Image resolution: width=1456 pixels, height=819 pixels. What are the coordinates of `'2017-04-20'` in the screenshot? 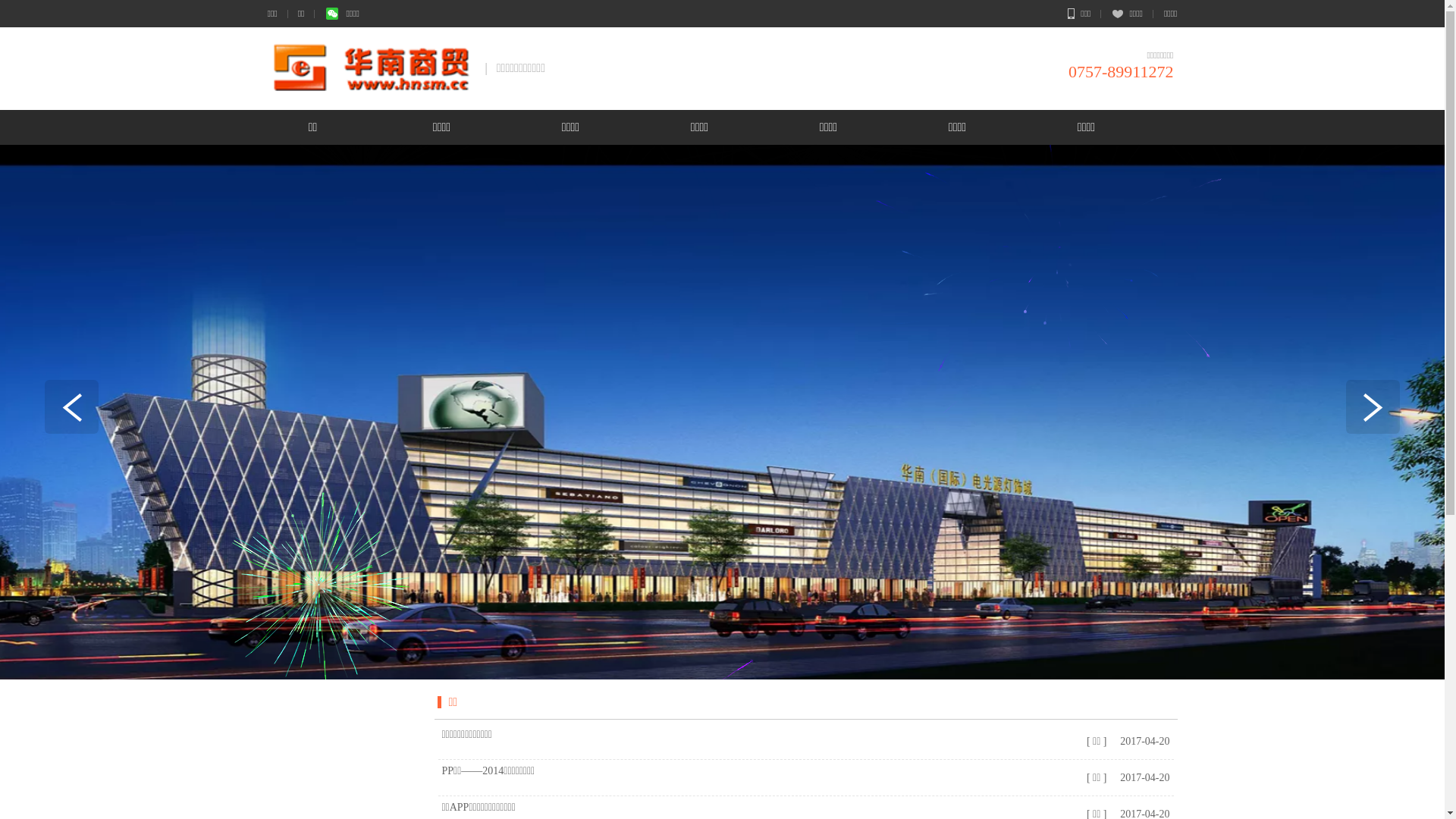 It's located at (1116, 740).